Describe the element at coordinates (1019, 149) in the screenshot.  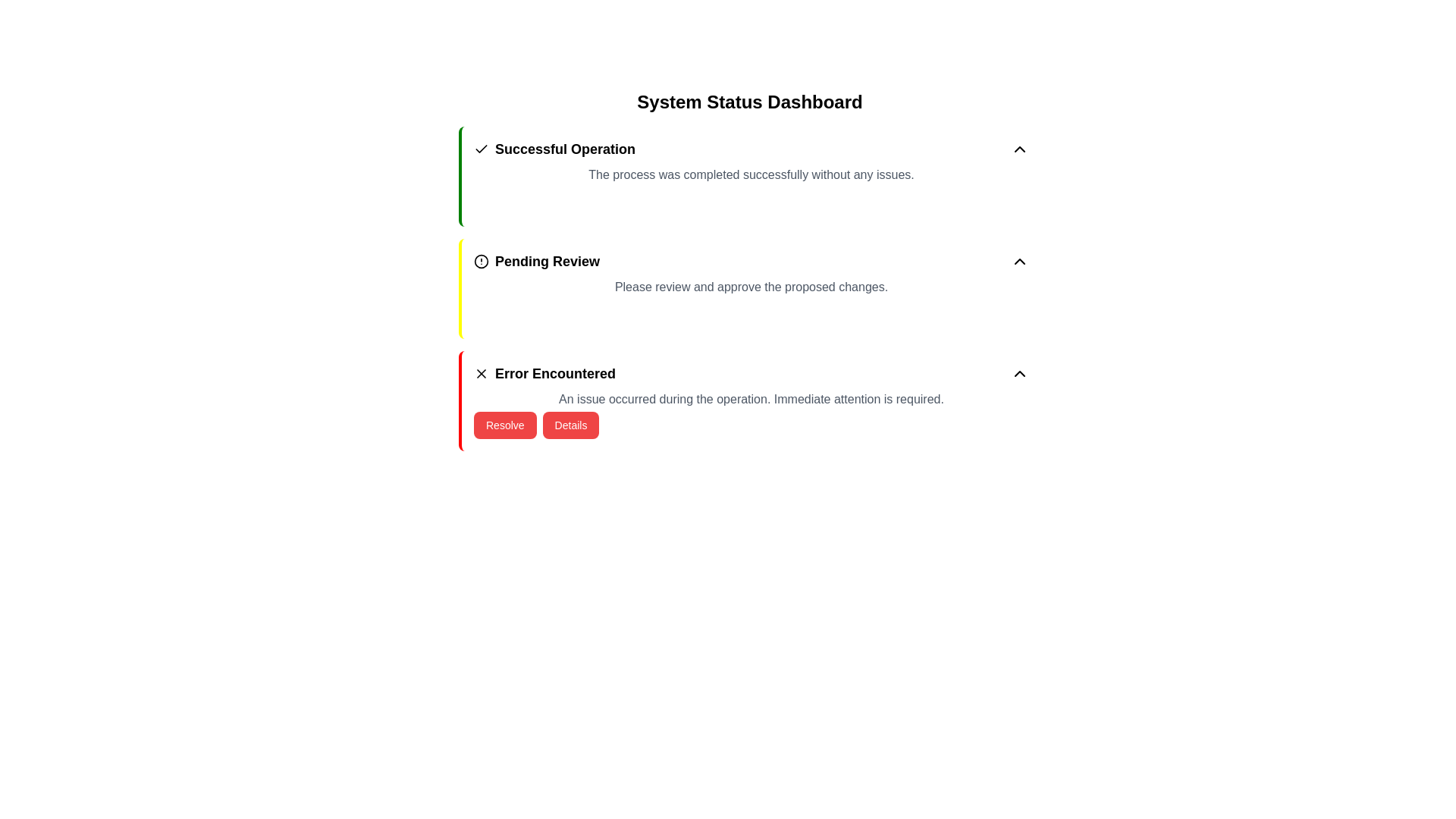
I see `the upward-facing chevron icon located in the top-right corner of the 'Successful Operation' section` at that location.